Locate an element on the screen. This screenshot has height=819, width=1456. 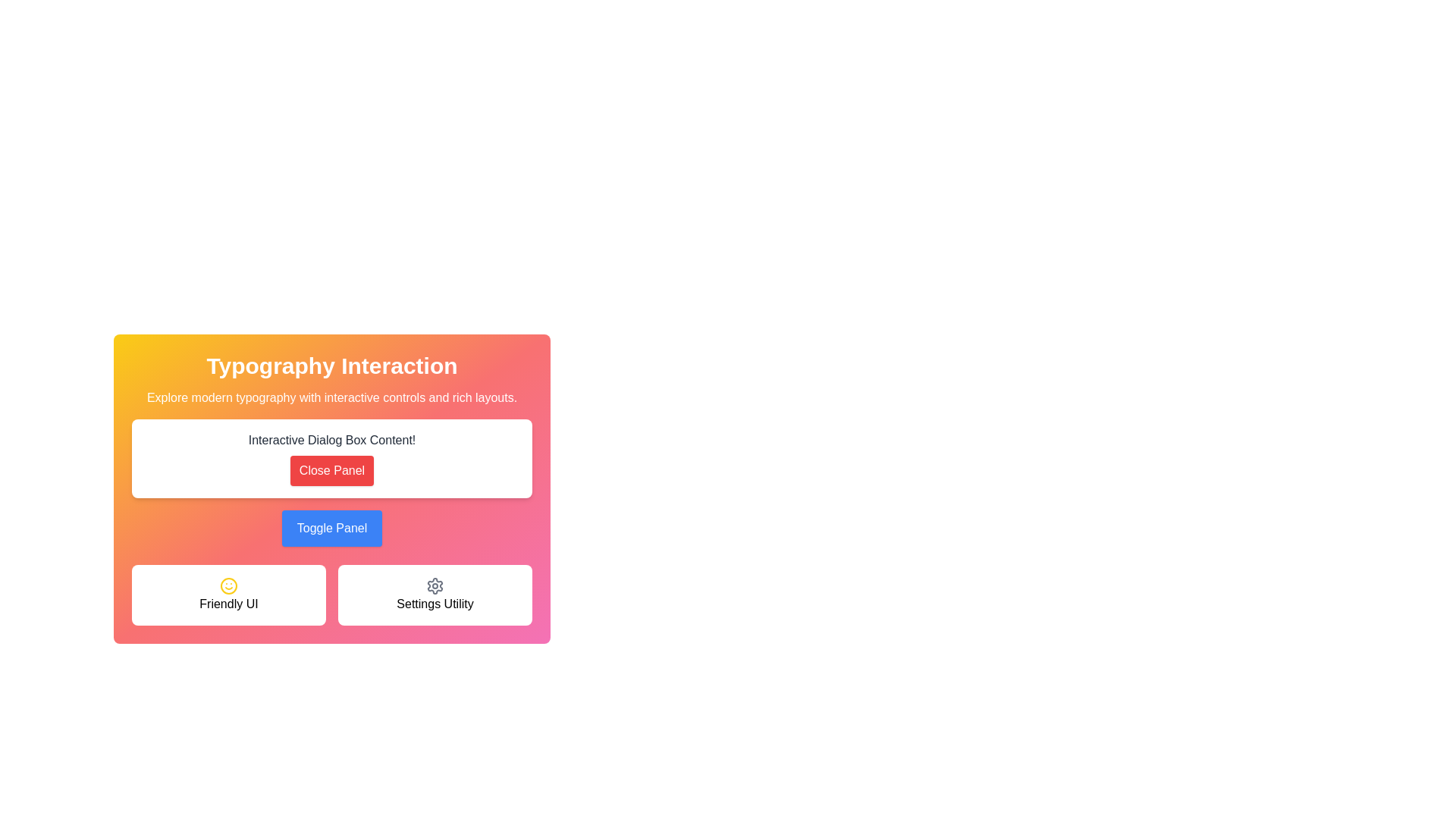
the card labeled 'Friendly UI' which has a white background, rounded corners, and a smiley icon at the top is located at coordinates (228, 595).